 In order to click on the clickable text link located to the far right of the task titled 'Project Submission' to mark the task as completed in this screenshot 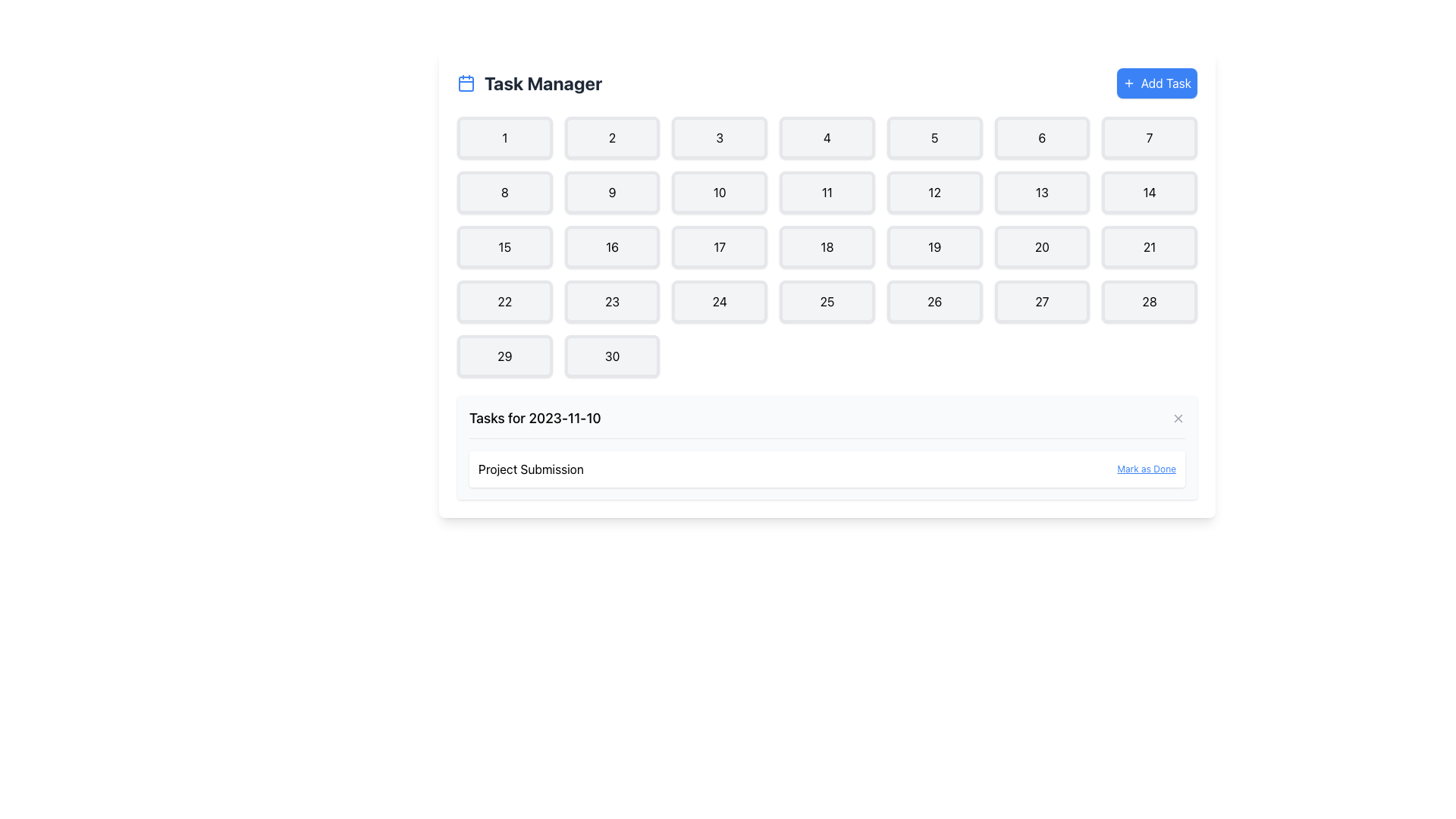, I will do `click(1147, 468)`.